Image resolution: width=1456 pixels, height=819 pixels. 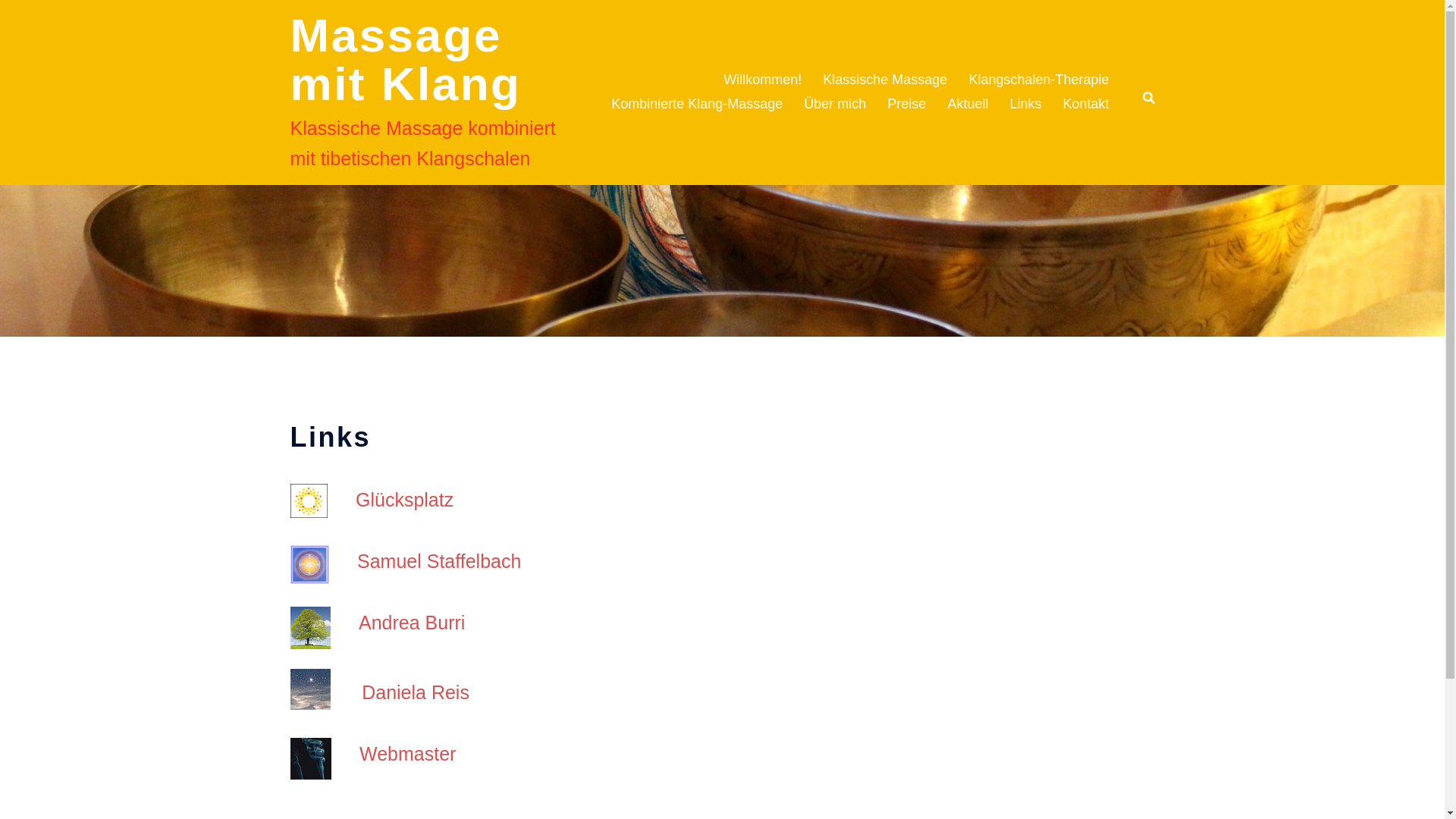 What do you see at coordinates (405, 58) in the screenshot?
I see `'Massage mit Klang'` at bounding box center [405, 58].